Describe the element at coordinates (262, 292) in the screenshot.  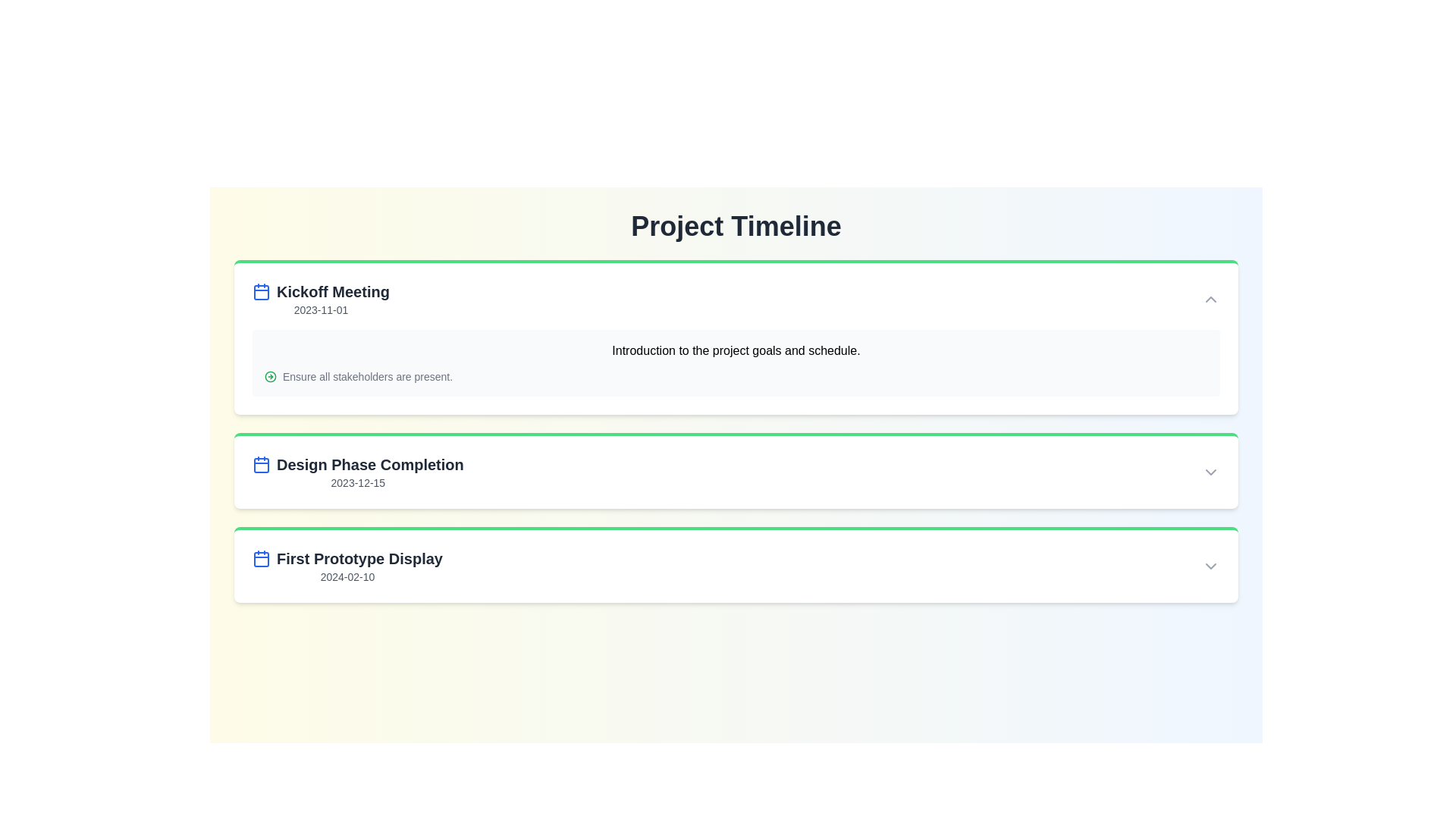
I see `the blue rounded rectangle element within the calendar icon preceding the 'Design Phase Completion' item` at that location.